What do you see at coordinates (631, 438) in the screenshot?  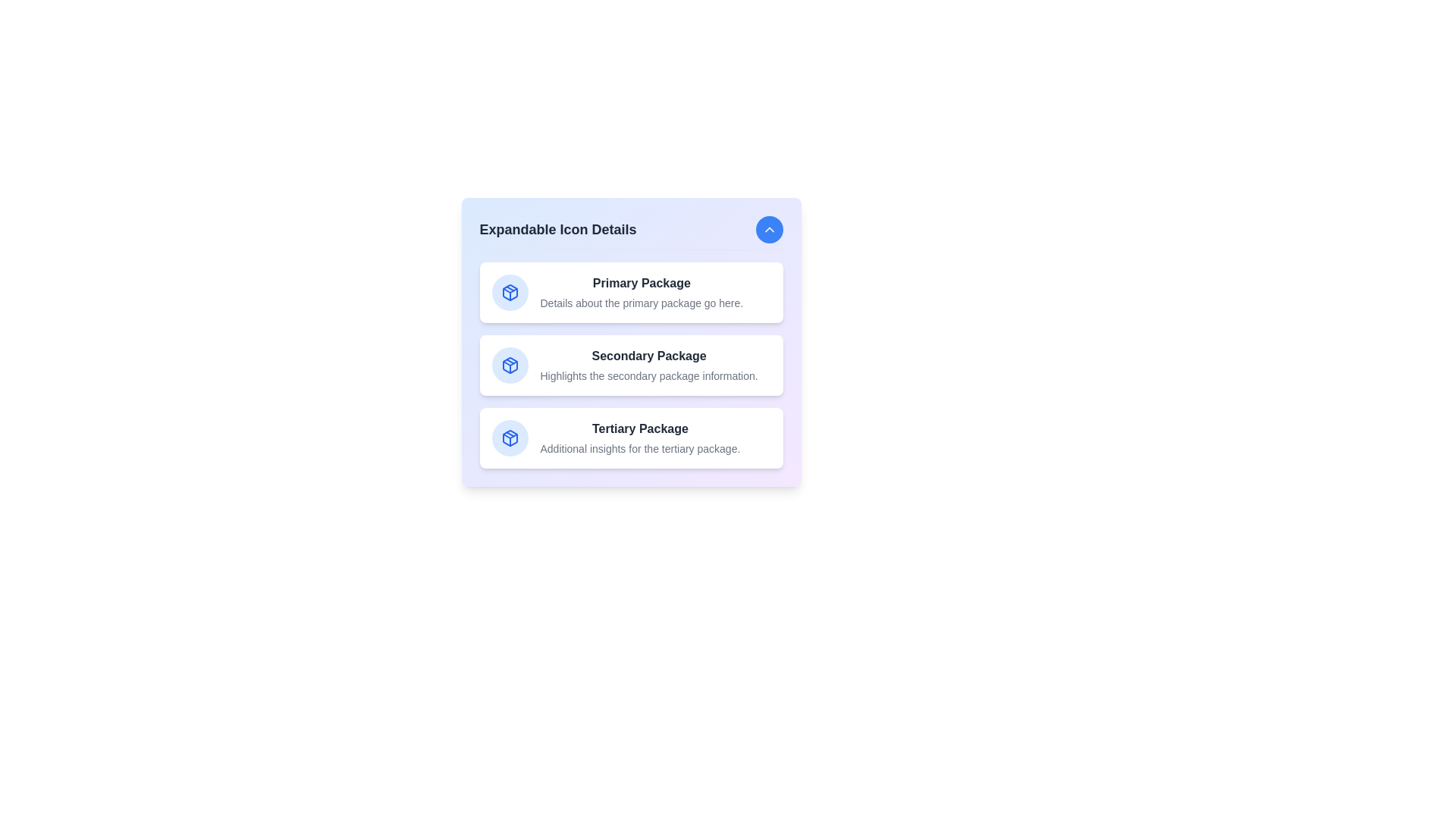 I see `the 'Tertiary Package' Information Card, which is the third card in a vertical list with a blue circular icon and a white package symbol` at bounding box center [631, 438].